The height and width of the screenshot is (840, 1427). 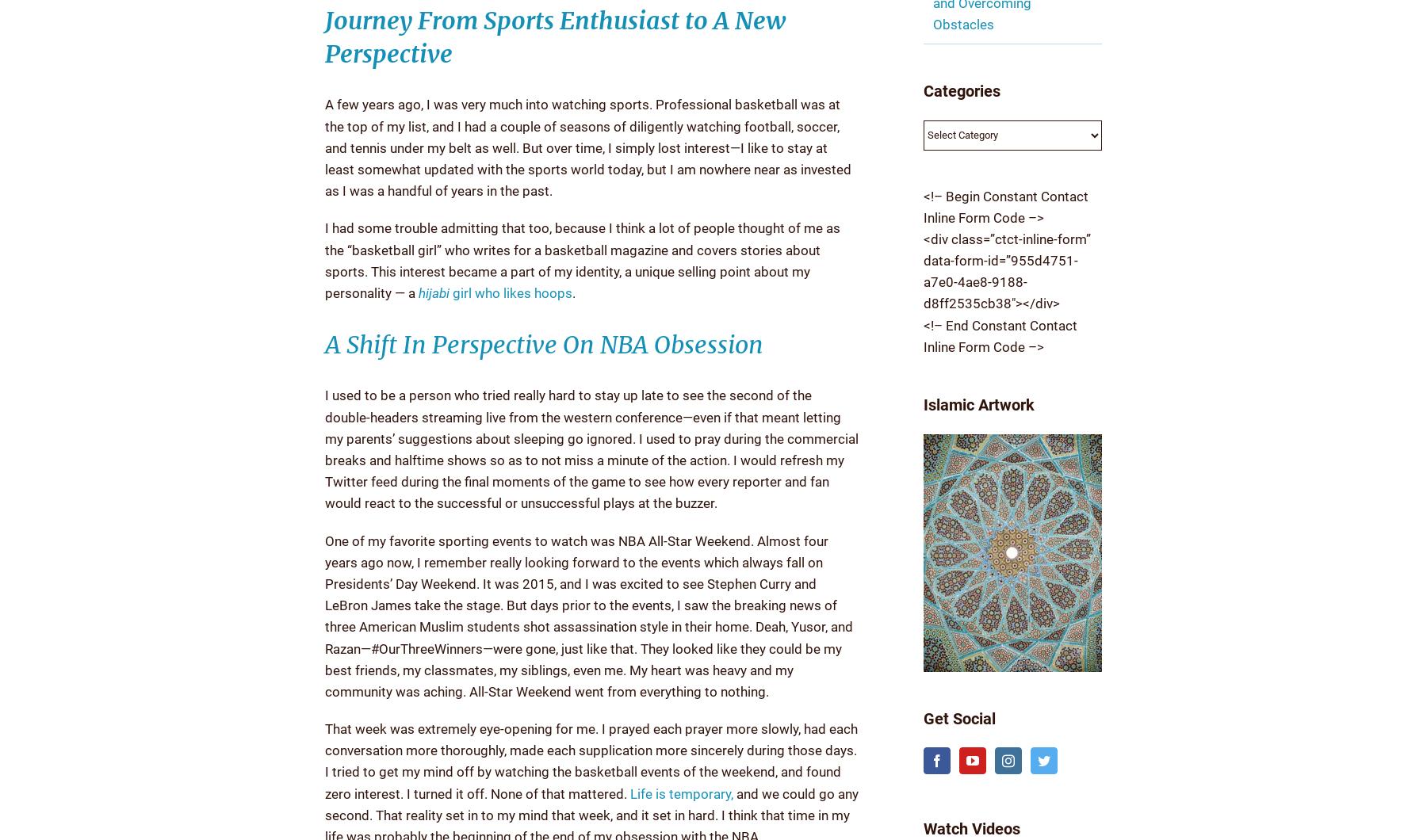 What do you see at coordinates (1004, 205) in the screenshot?
I see `'<!– Begin Constant Contact Inline Form Code –>'` at bounding box center [1004, 205].